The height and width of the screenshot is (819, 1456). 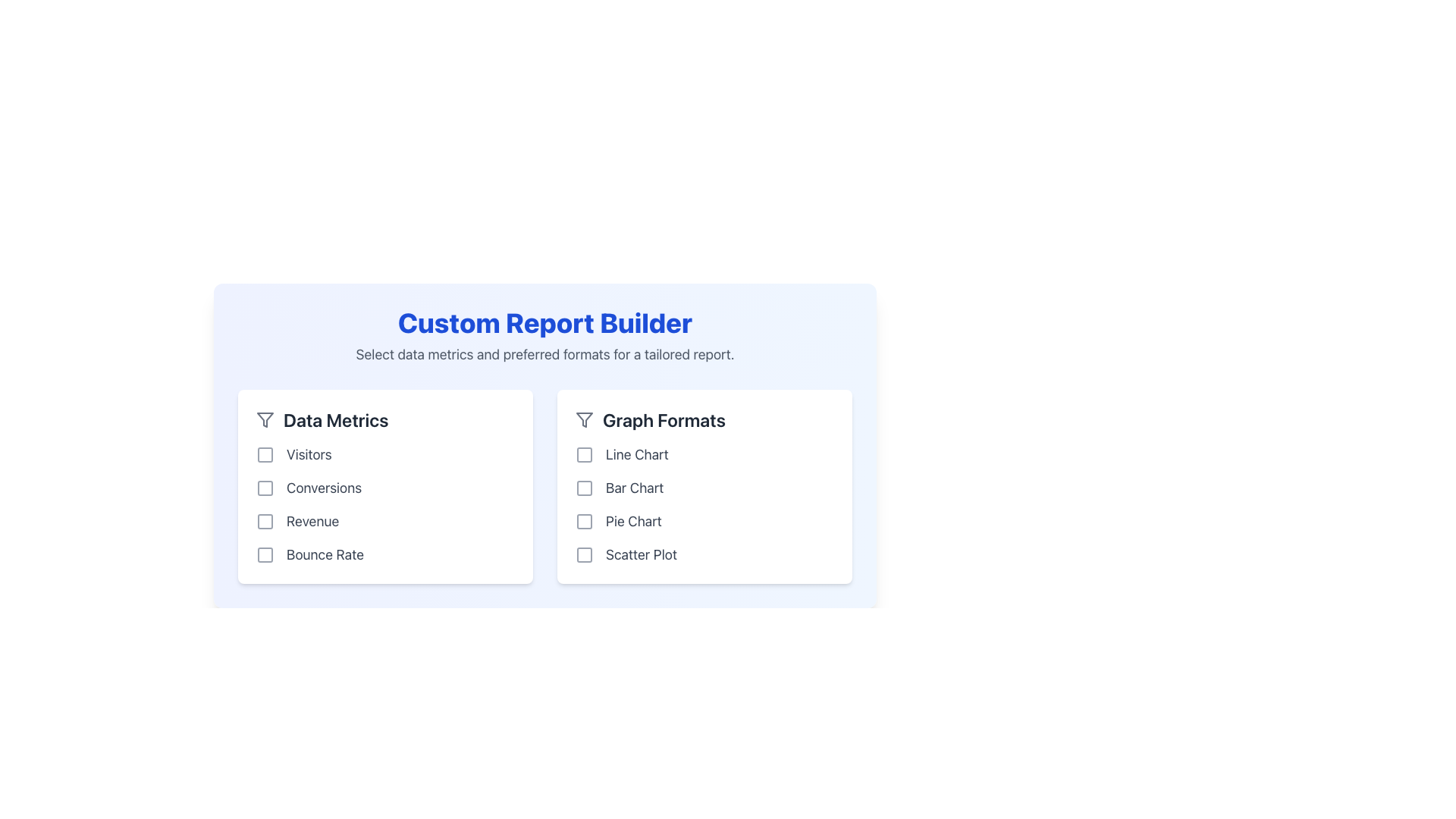 What do you see at coordinates (265, 520) in the screenshot?
I see `the checkbox indicator located next to the 'Revenue' text, which is the third checkbox item under 'Data Metrics' in the left column` at bounding box center [265, 520].